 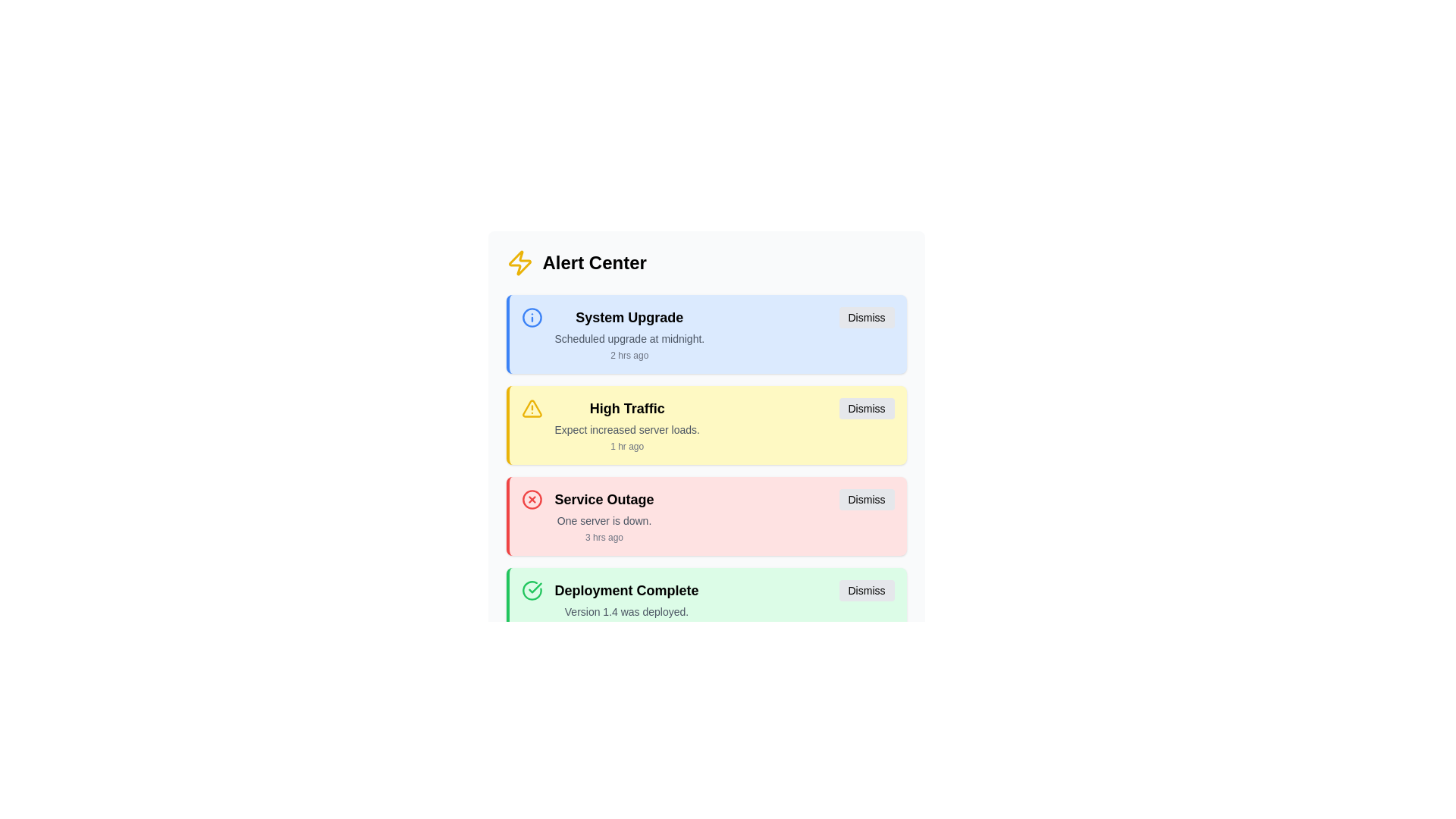 I want to click on the close button of the 'Service Outage' alert notification, so click(x=866, y=500).